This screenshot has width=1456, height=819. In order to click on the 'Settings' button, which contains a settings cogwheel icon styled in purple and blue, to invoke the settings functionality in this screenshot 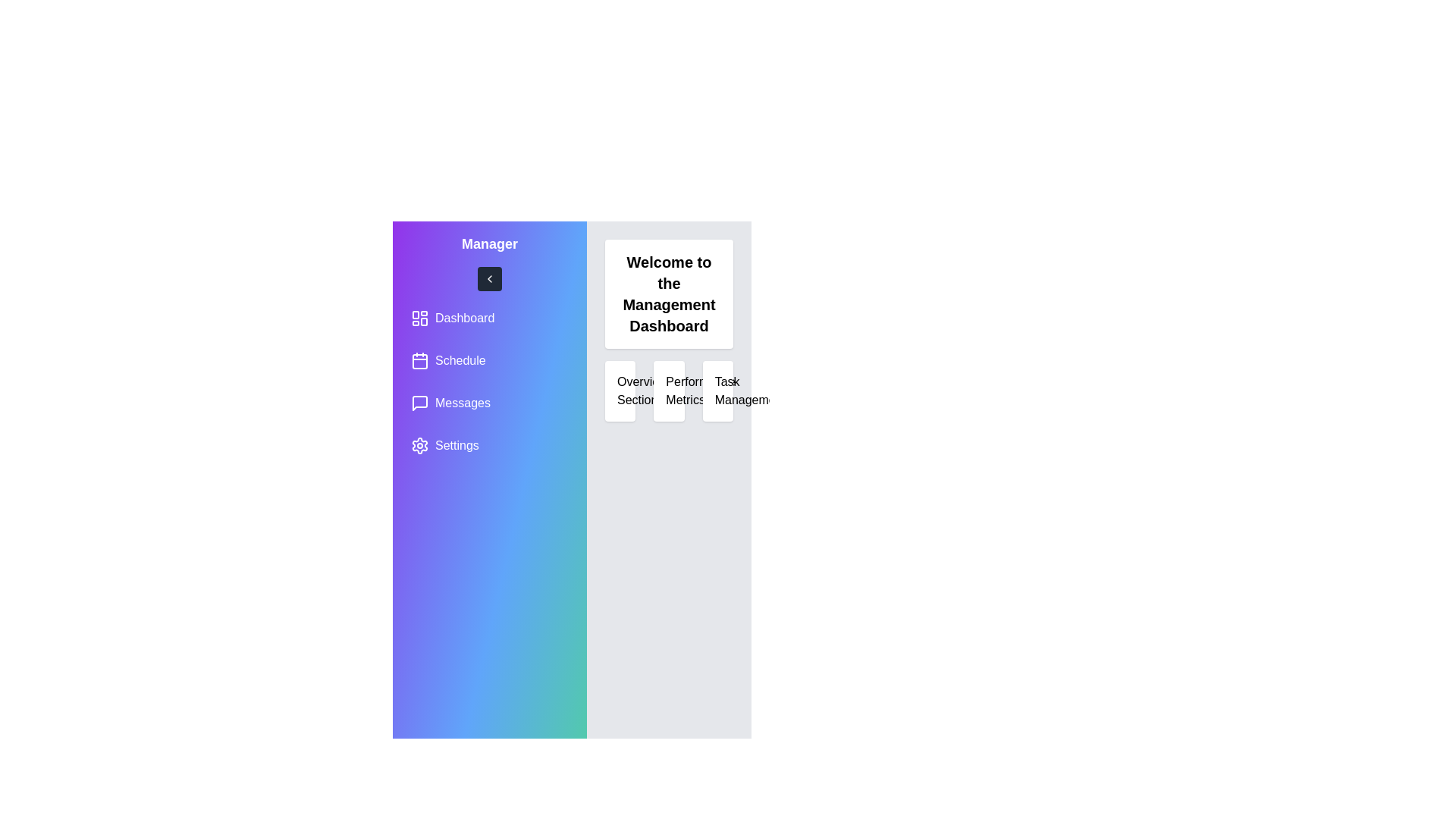, I will do `click(419, 444)`.